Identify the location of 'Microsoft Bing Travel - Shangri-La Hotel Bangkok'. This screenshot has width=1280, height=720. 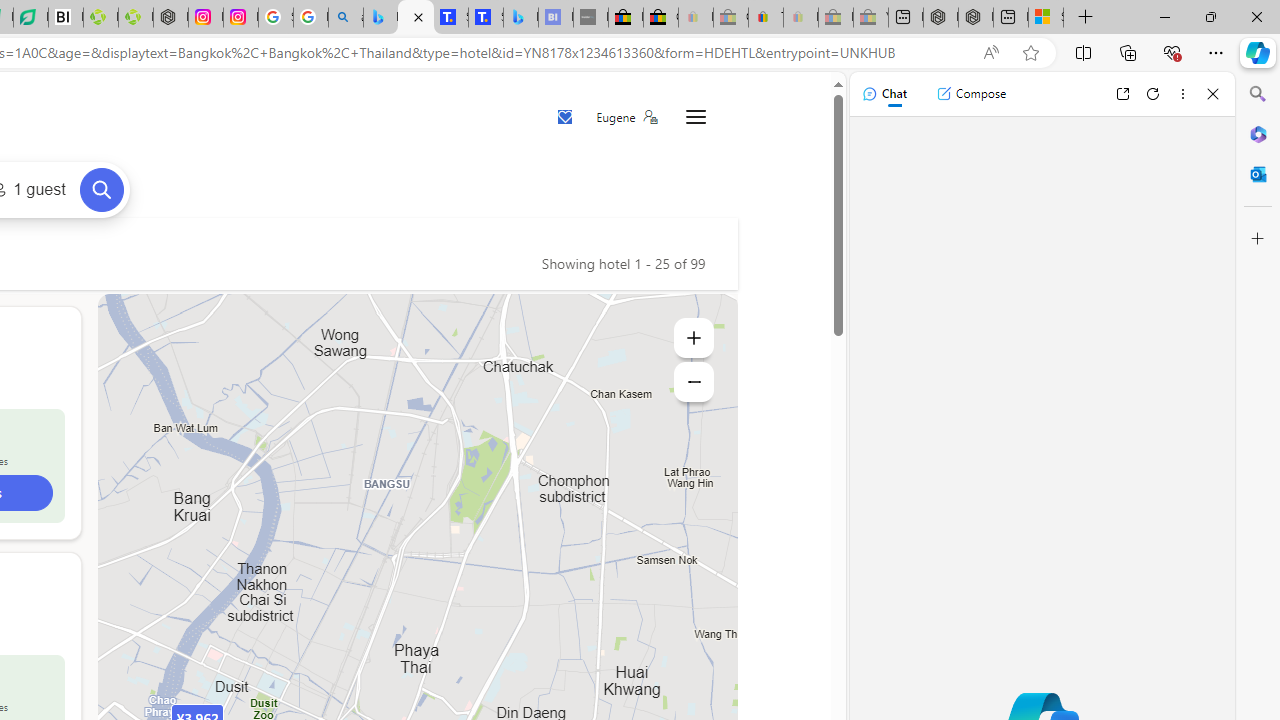
(520, 17).